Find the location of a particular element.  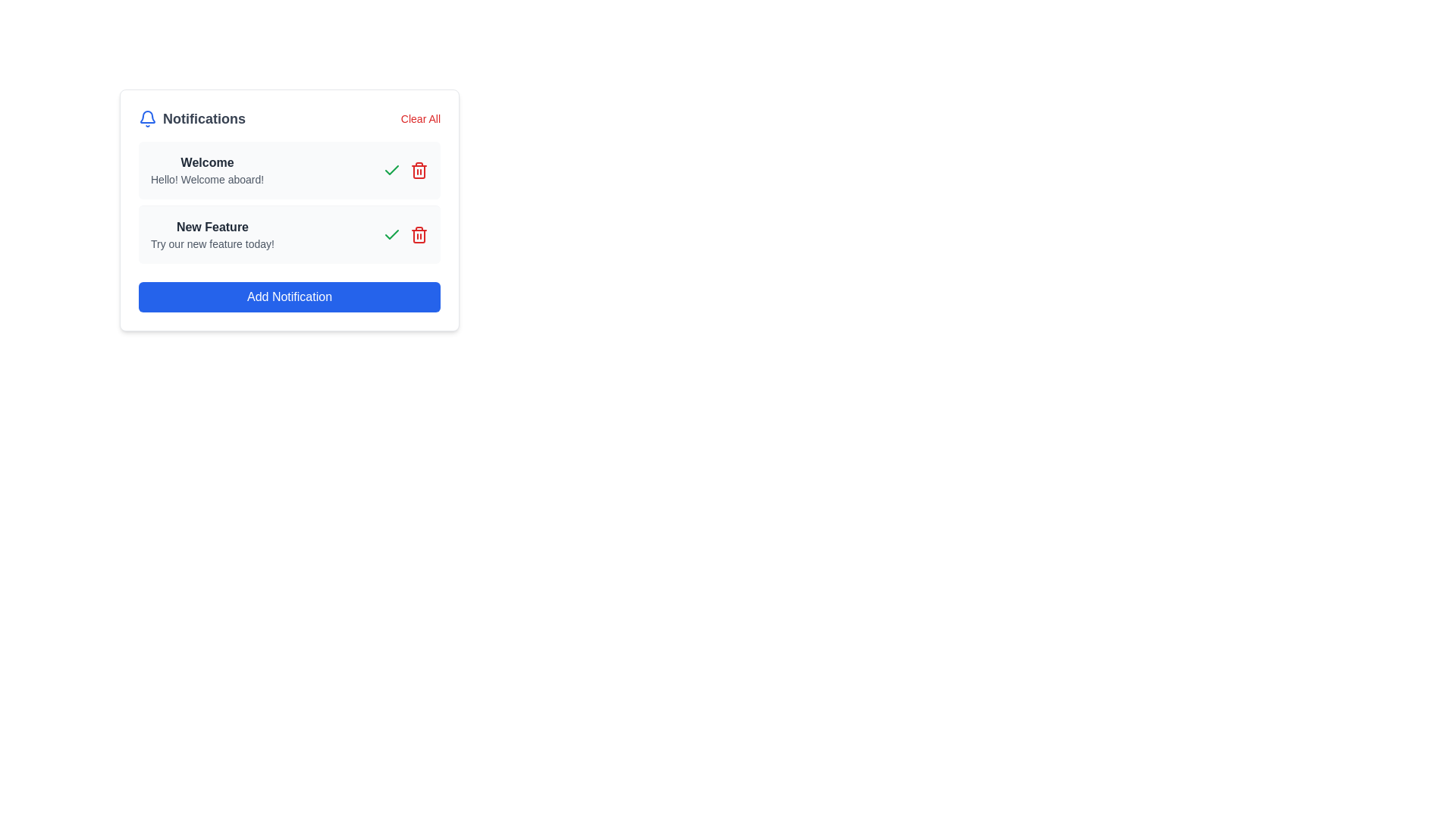

the static text element displaying 'Hello! Welcome aboard!', which is styled in a smaller, gray font and positioned below the 'Welcome' headline is located at coordinates (206, 178).